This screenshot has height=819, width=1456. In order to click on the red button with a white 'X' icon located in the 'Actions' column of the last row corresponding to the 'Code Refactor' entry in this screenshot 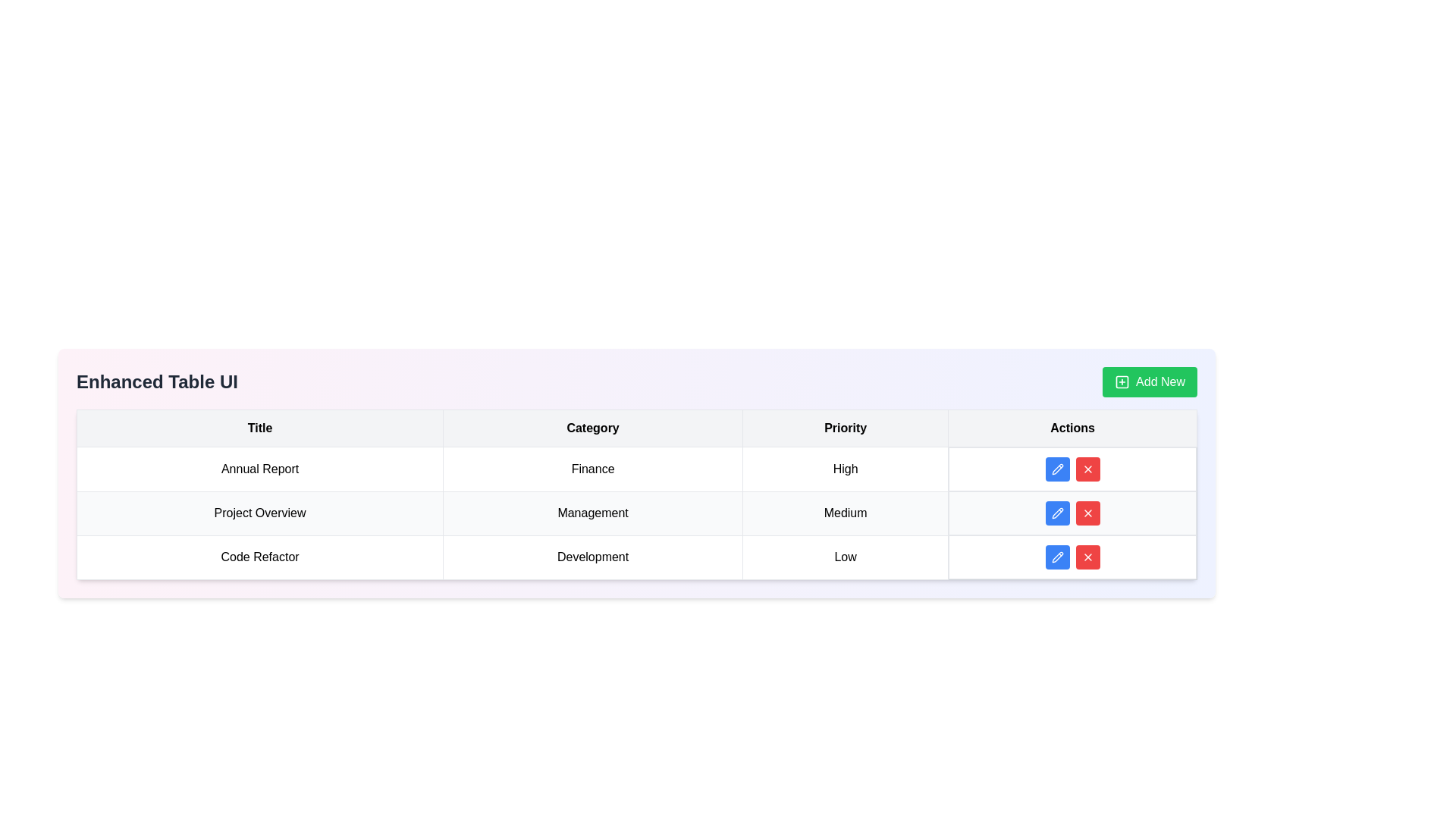, I will do `click(1087, 513)`.